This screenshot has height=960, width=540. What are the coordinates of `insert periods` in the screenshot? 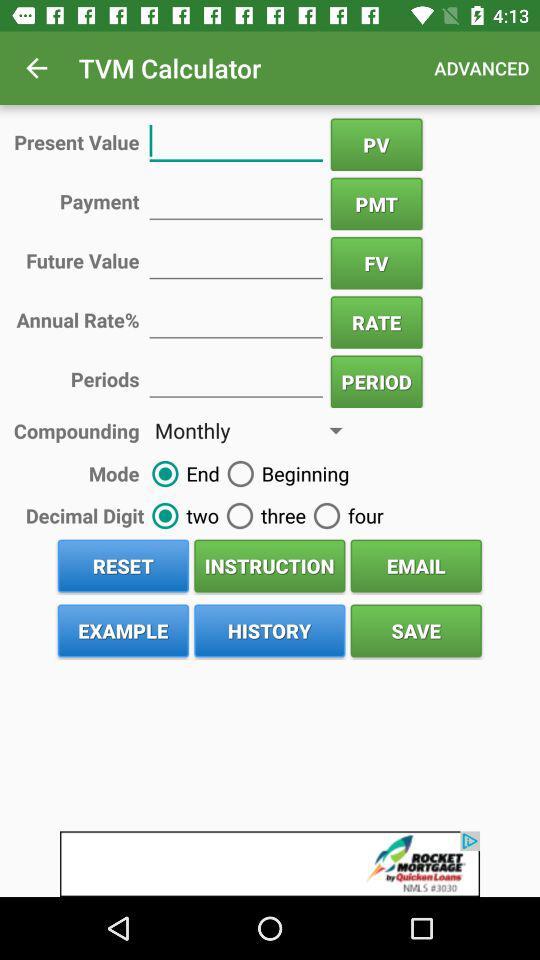 It's located at (235, 377).